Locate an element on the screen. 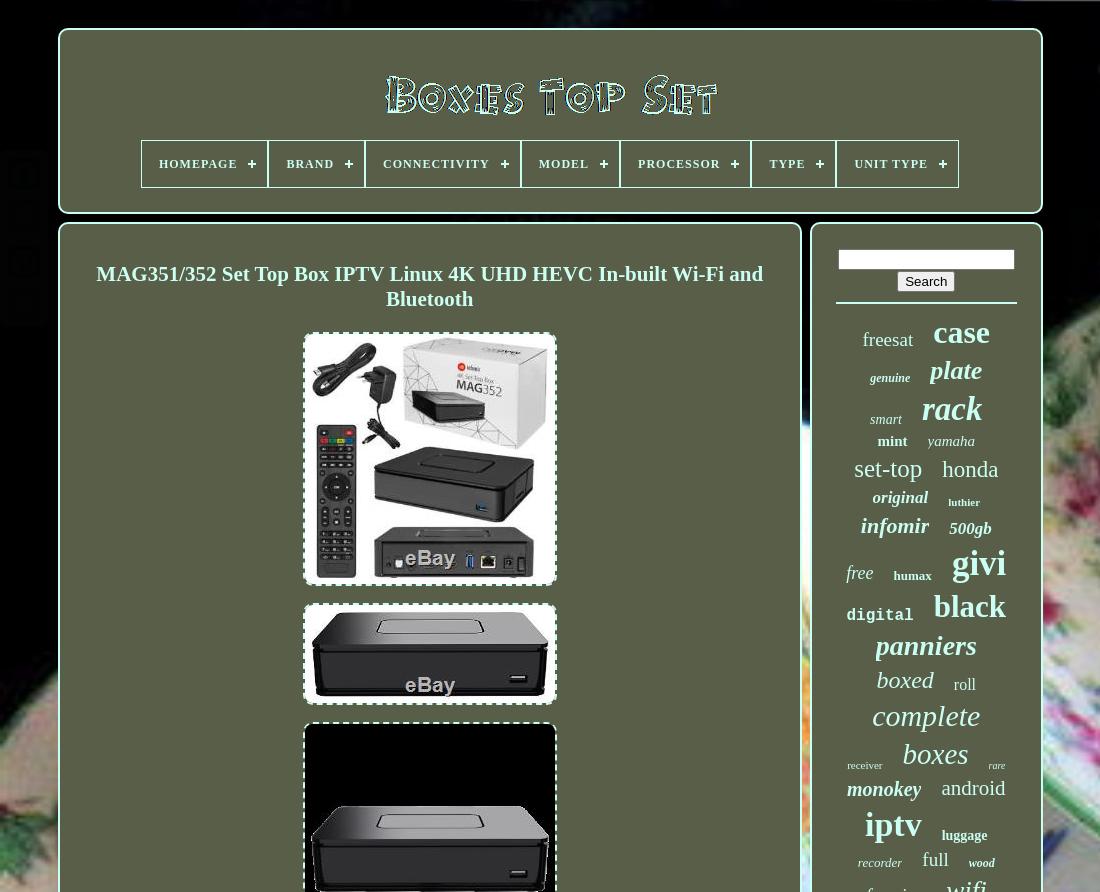 This screenshot has width=1100, height=892. 'recorder' is located at coordinates (878, 861).